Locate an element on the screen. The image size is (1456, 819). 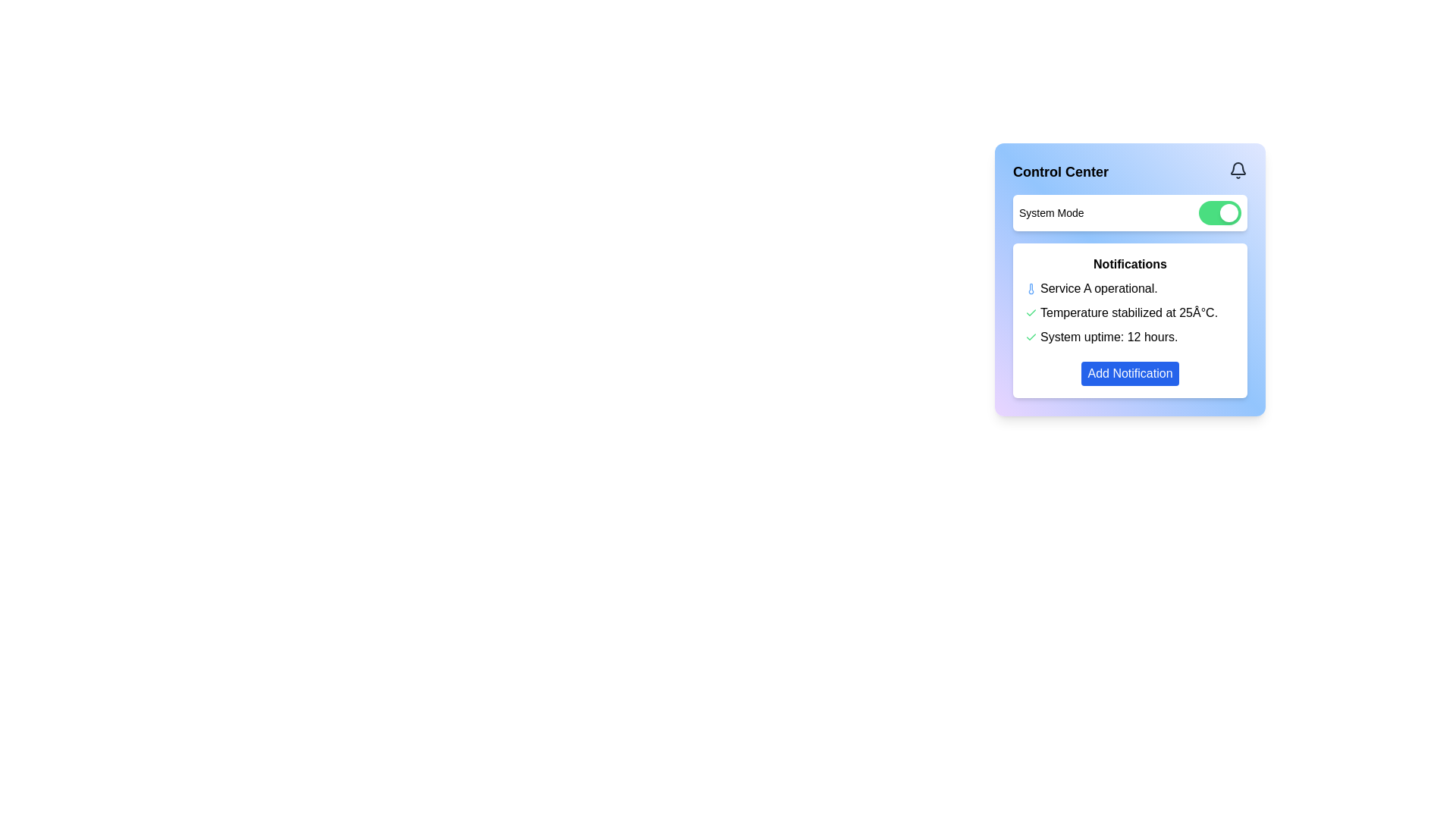
the text label notification stating 'System uptime: 12 hours.' is located at coordinates (1130, 336).